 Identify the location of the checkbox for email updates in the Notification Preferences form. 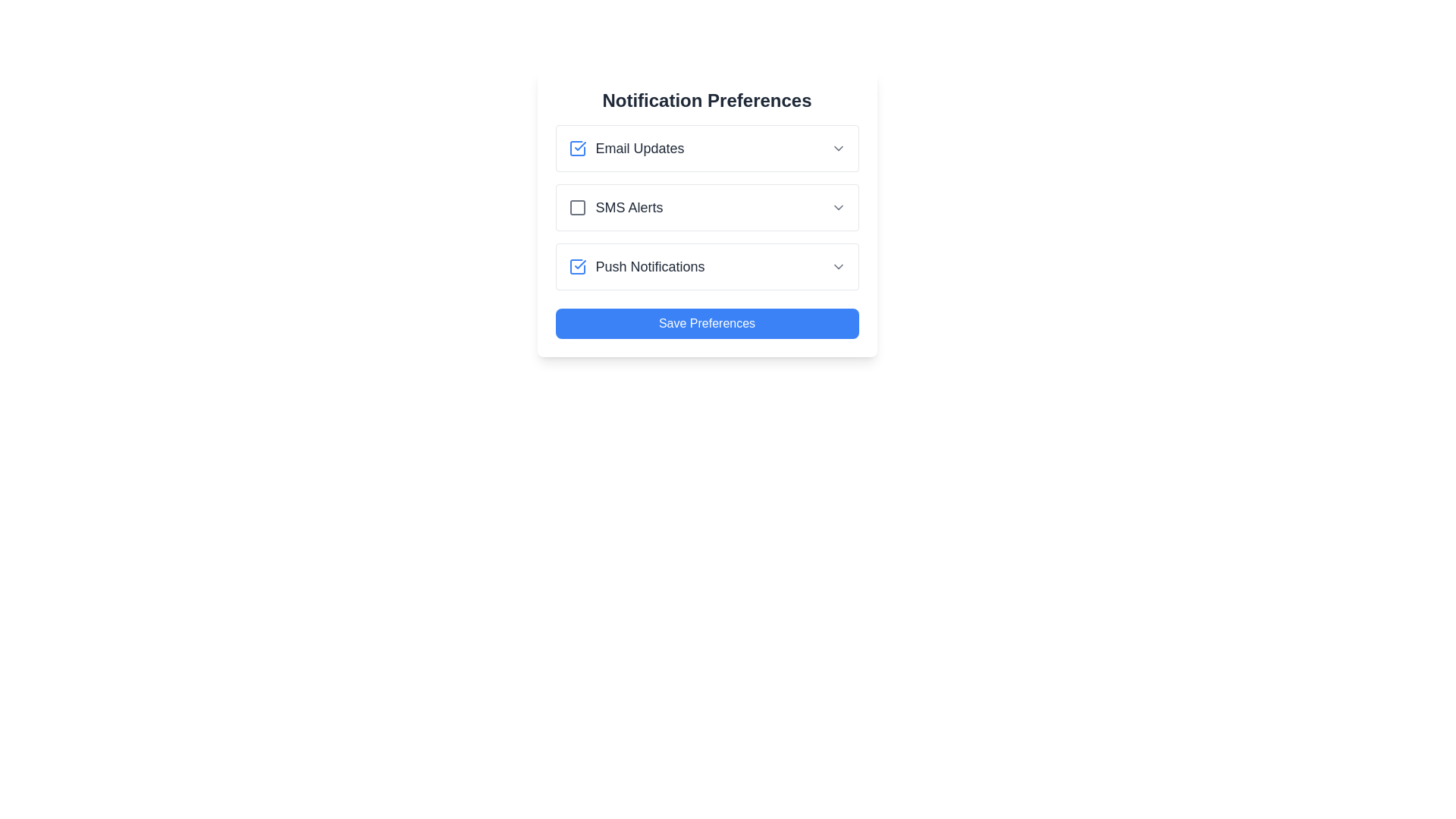
(626, 149).